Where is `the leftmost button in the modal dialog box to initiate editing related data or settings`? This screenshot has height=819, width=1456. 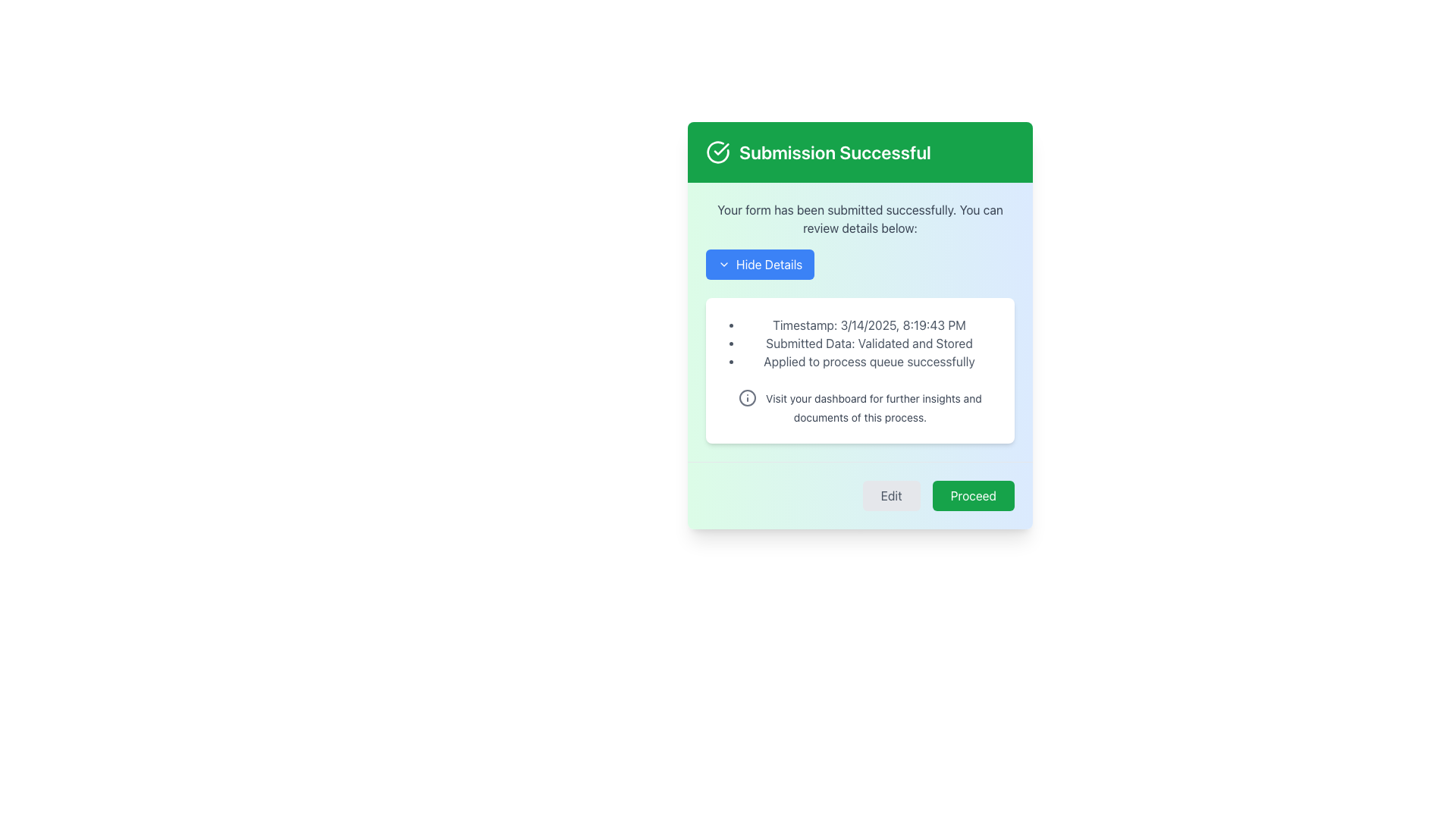 the leftmost button in the modal dialog box to initiate editing related data or settings is located at coordinates (891, 496).